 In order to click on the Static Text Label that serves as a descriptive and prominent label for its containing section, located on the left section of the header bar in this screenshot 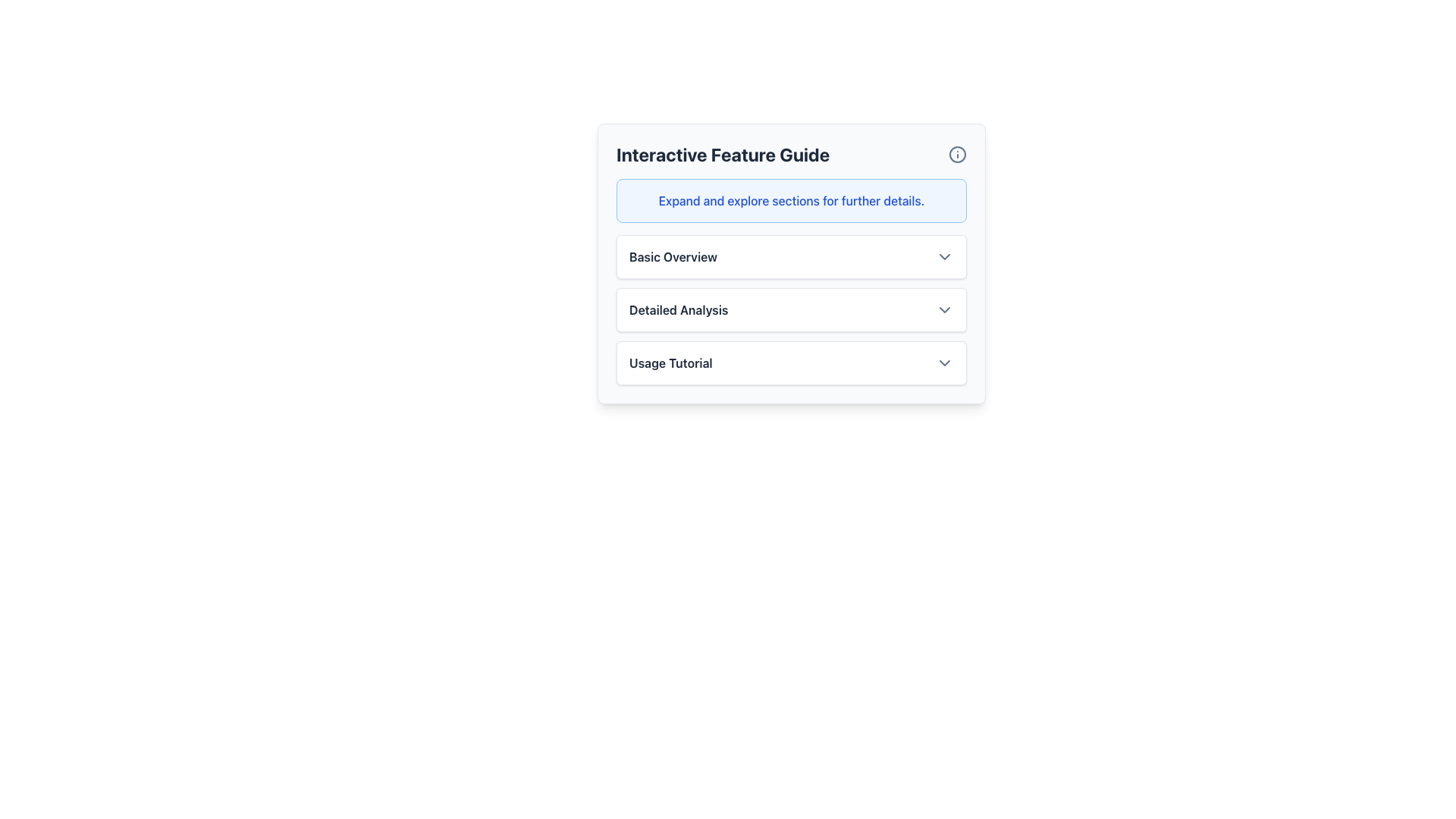, I will do `click(722, 155)`.